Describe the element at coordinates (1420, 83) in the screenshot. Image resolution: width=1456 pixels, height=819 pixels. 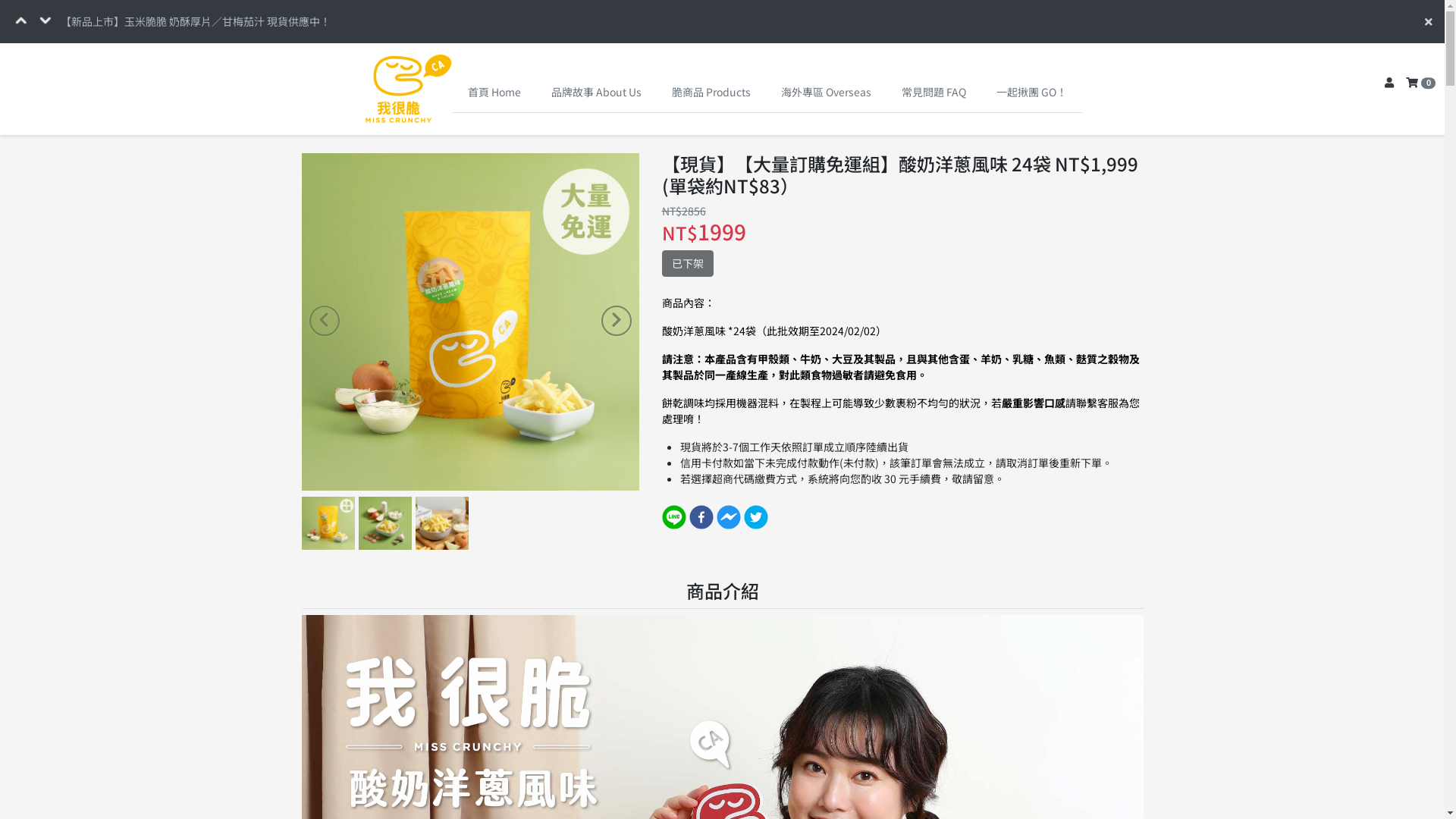
I see `'0'` at that location.